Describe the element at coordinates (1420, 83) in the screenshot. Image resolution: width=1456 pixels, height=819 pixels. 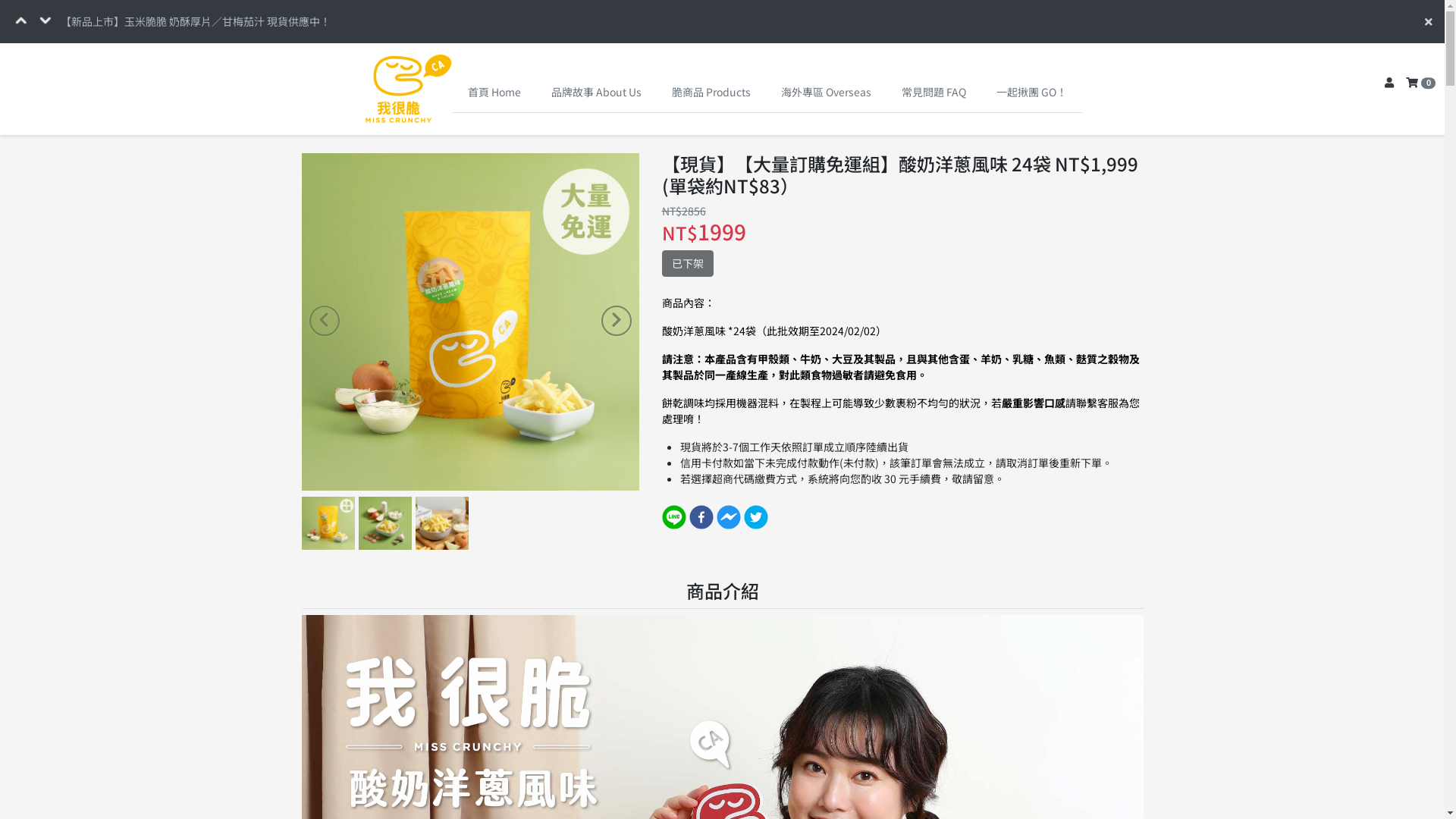
I see `'0'` at that location.